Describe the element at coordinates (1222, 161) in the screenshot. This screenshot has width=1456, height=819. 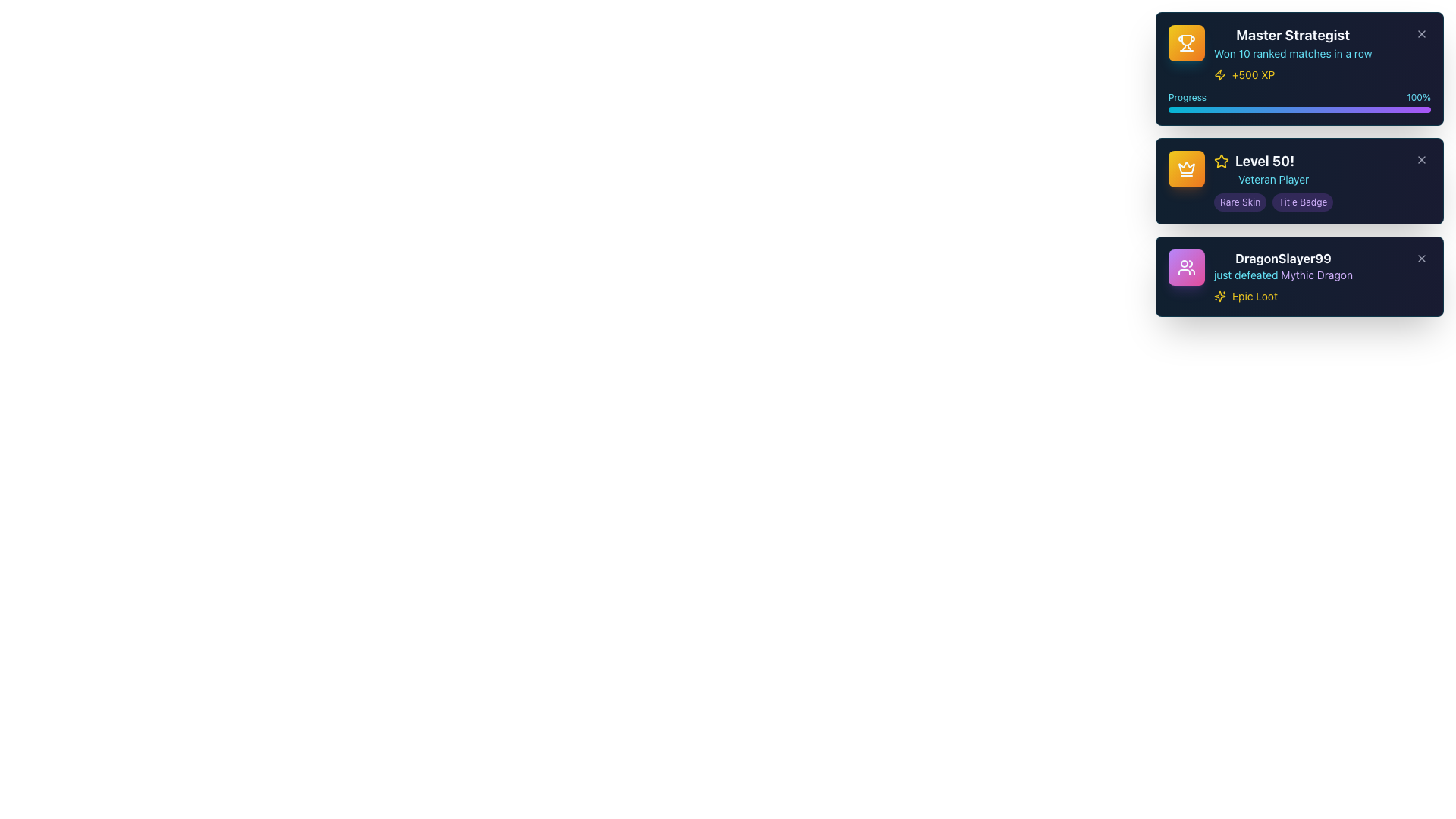
I see `the achievement icon located to the left of the 'Level 50!' text` at that location.